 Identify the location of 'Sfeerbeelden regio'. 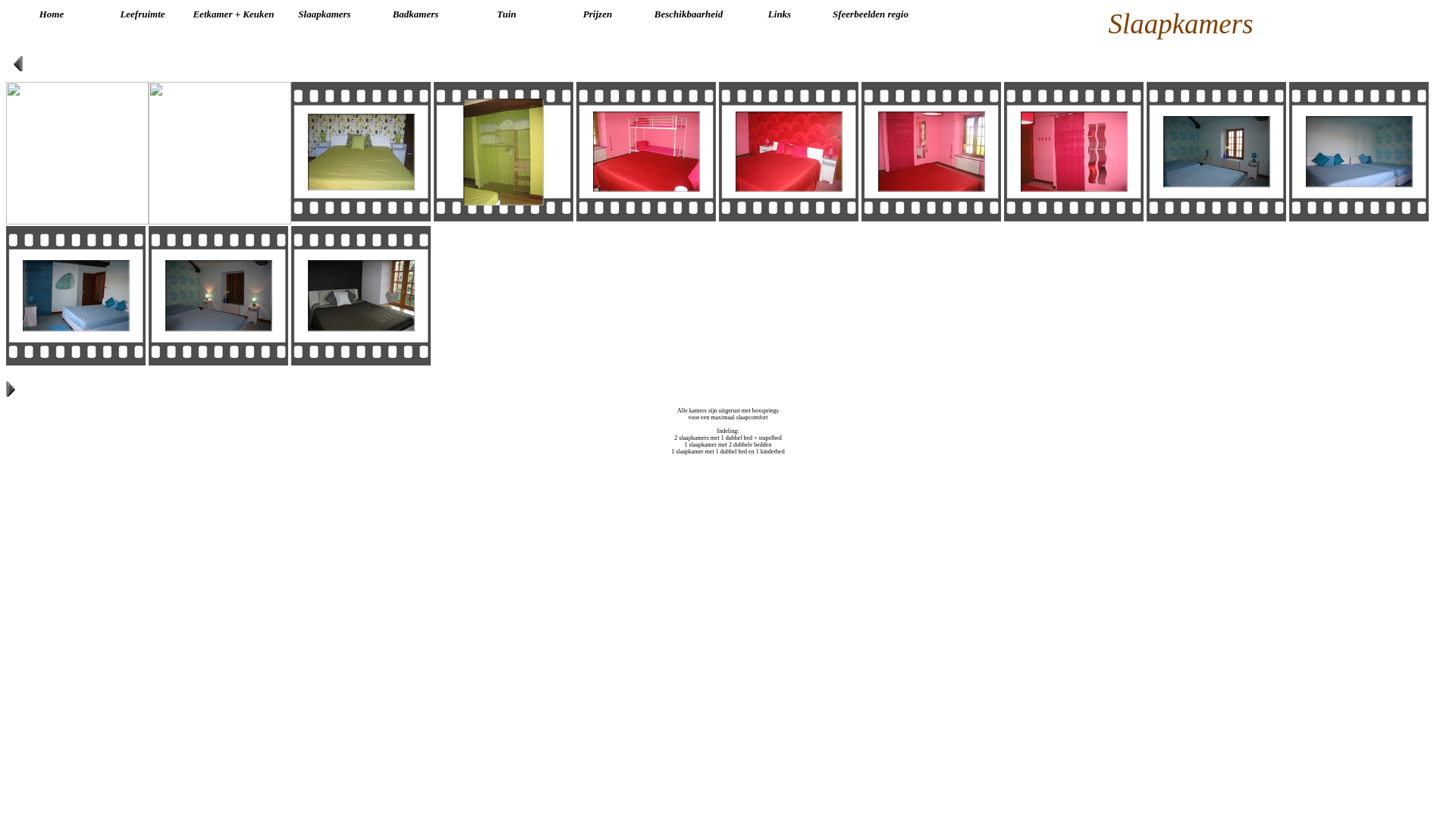
(870, 14).